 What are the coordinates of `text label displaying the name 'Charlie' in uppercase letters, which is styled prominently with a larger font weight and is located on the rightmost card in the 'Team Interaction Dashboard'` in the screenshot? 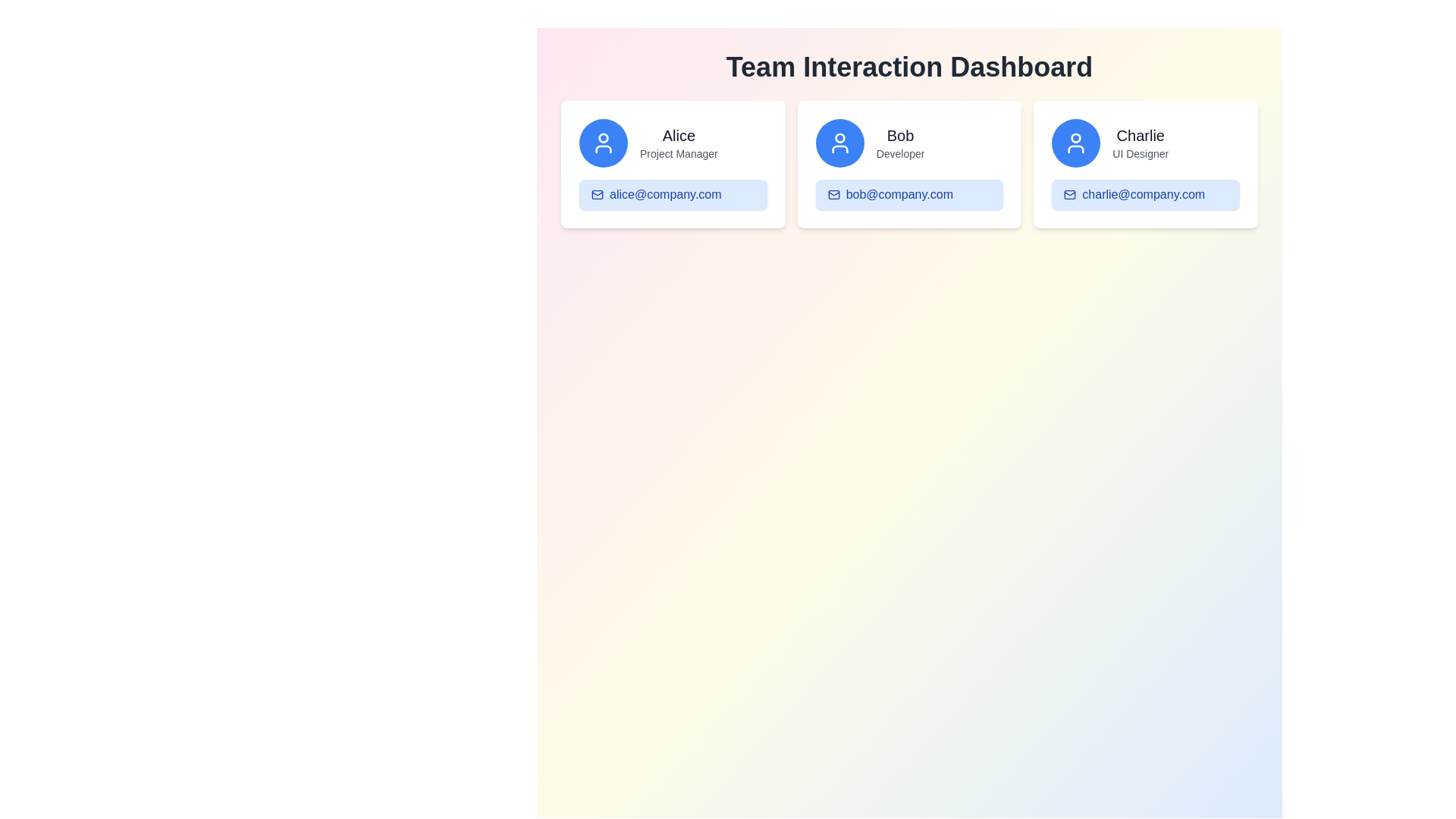 It's located at (1141, 134).